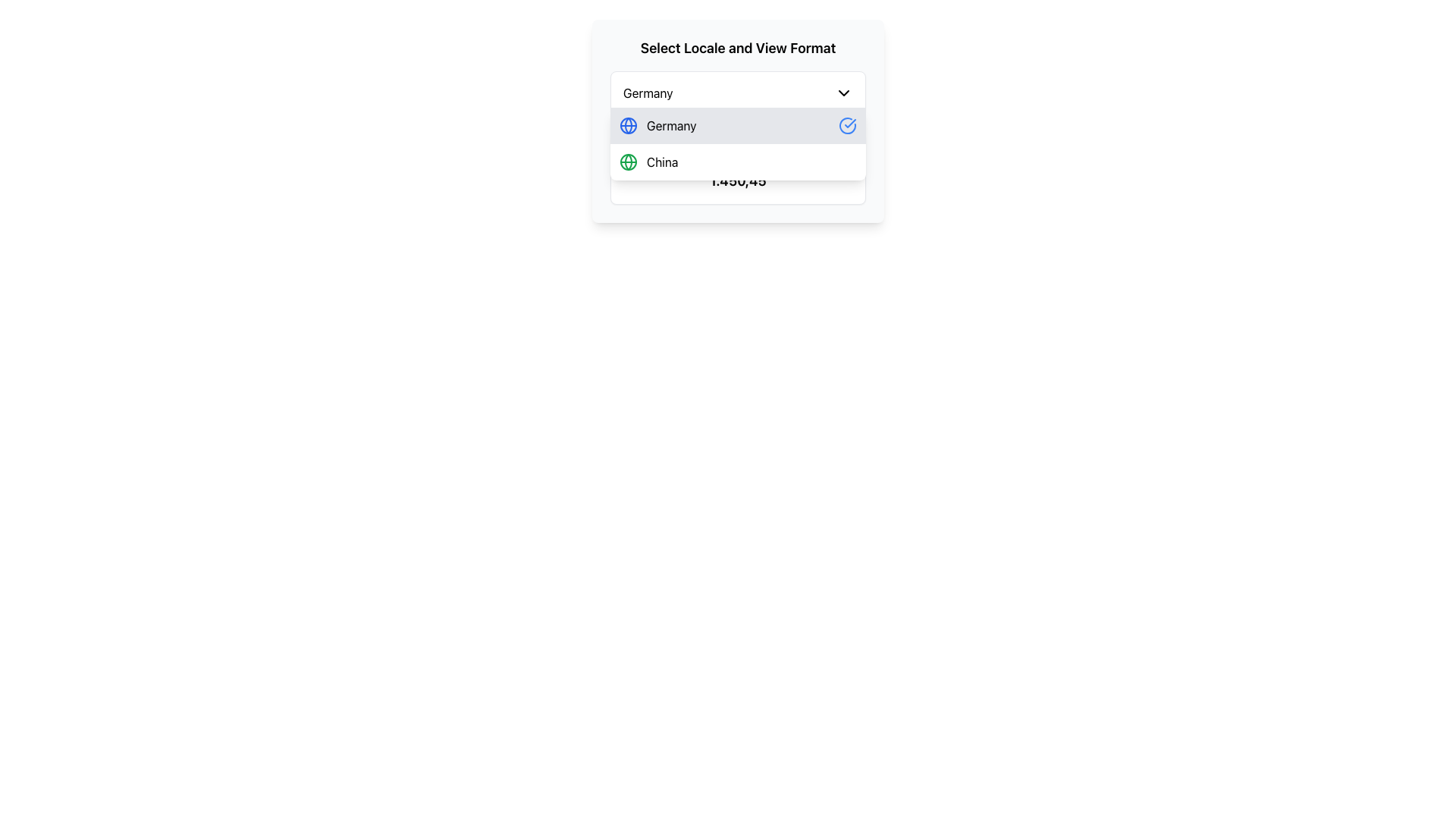  I want to click on the text label that reads 'Select Locale and View Format', which is styled with a large bold font and serves as a header for the section below, so click(738, 48).